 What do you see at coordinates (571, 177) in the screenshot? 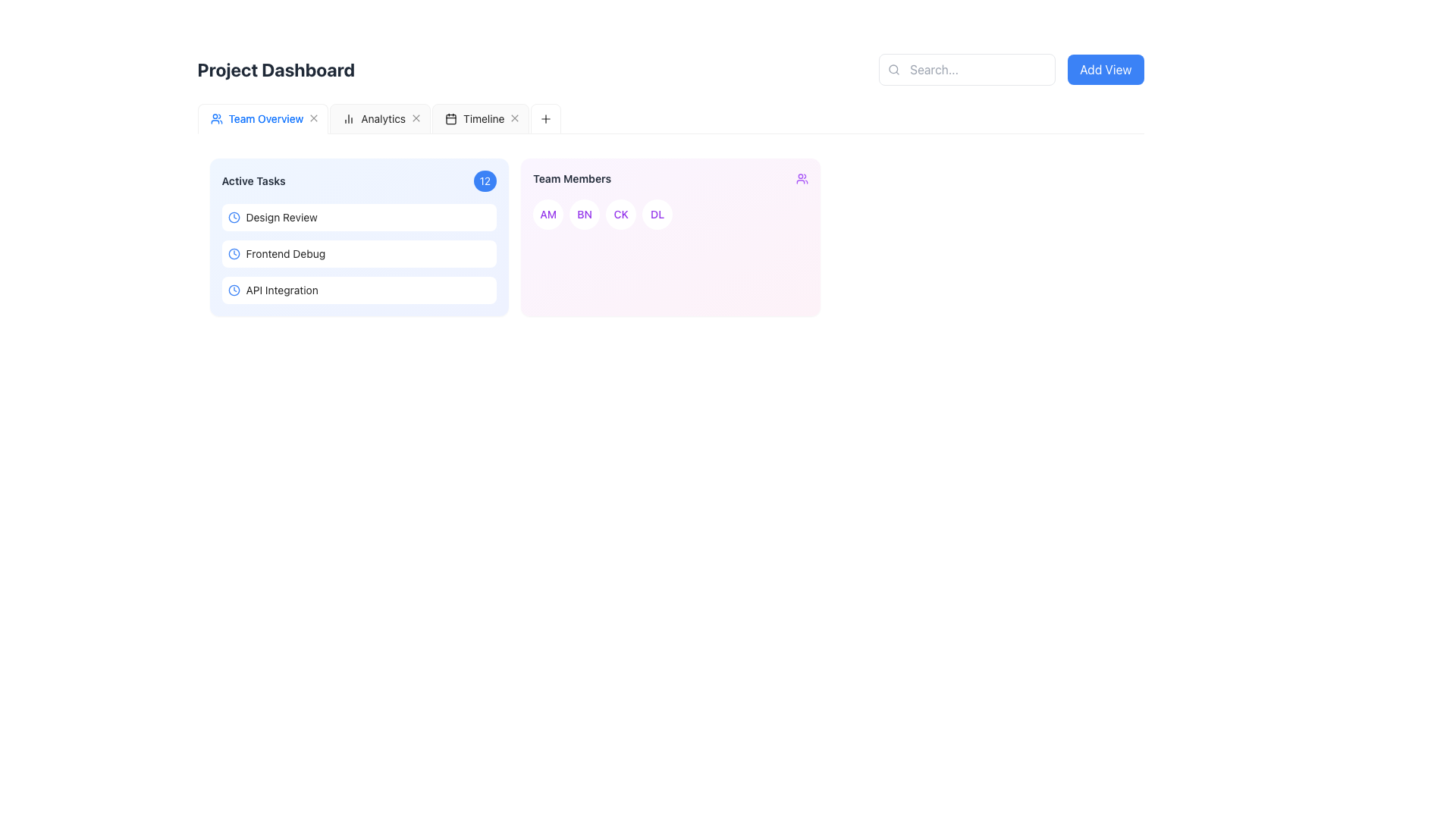
I see `the 'Team Members' text label, which is styled with a bold font and dark gray color, located at the top of a light pink card` at bounding box center [571, 177].